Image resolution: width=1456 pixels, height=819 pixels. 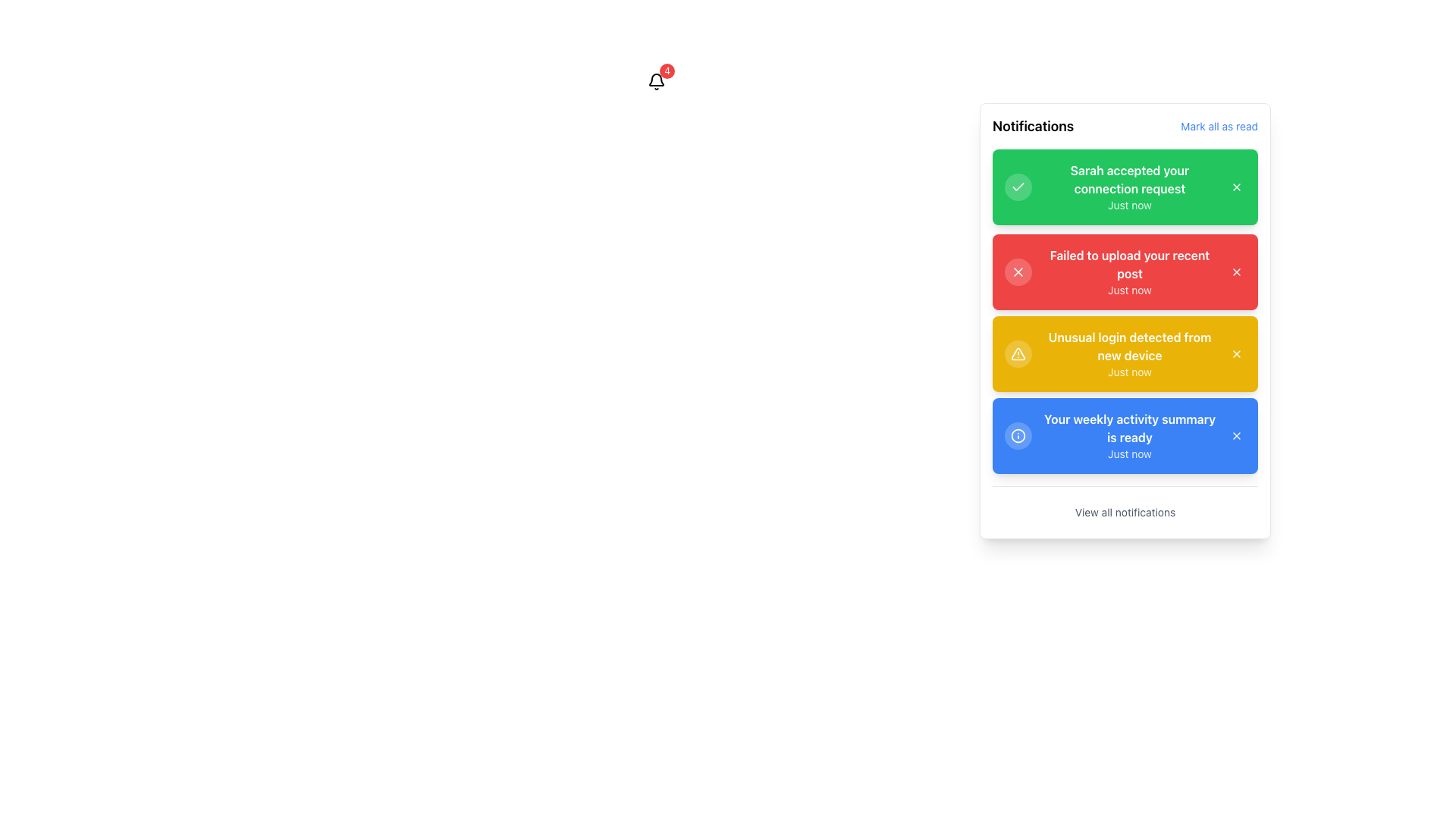 What do you see at coordinates (1018, 271) in the screenshot?
I see `the Close icon (vector graphic) located in the top-right corner of the notification card associated with the message 'Failed to upload your recent post.'` at bounding box center [1018, 271].